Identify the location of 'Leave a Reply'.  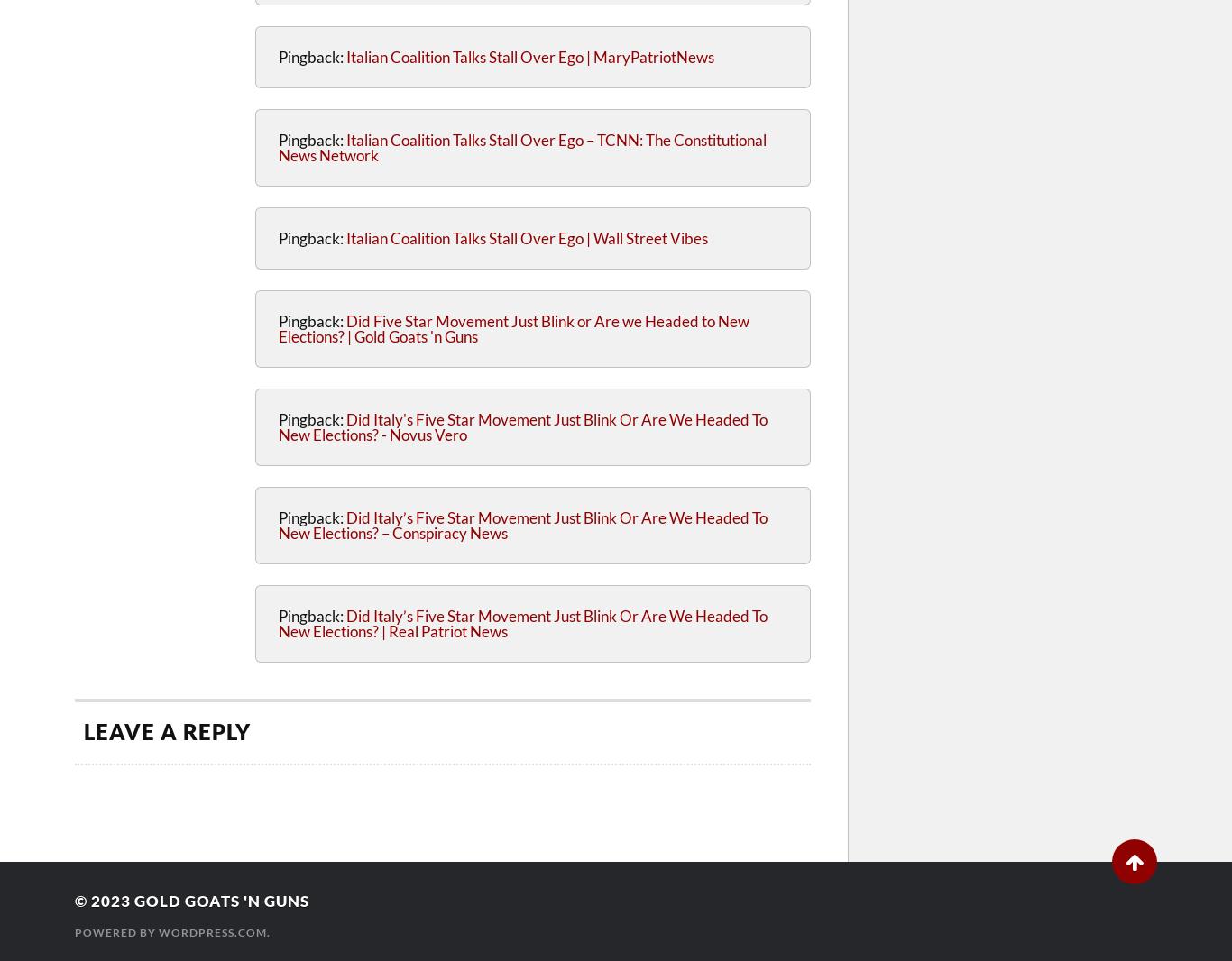
(84, 731).